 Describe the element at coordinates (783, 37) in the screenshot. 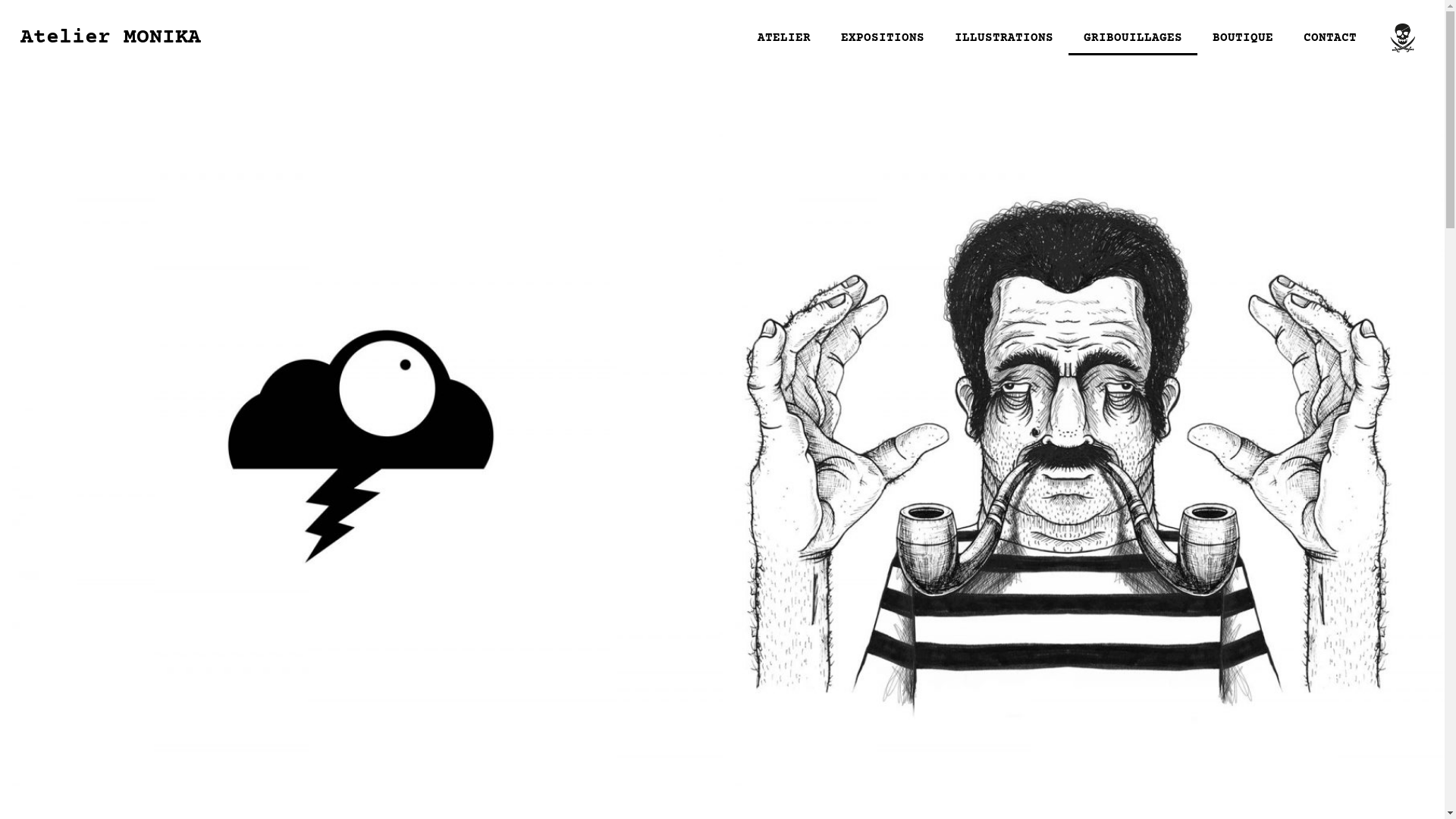

I see `'ATELIER'` at that location.